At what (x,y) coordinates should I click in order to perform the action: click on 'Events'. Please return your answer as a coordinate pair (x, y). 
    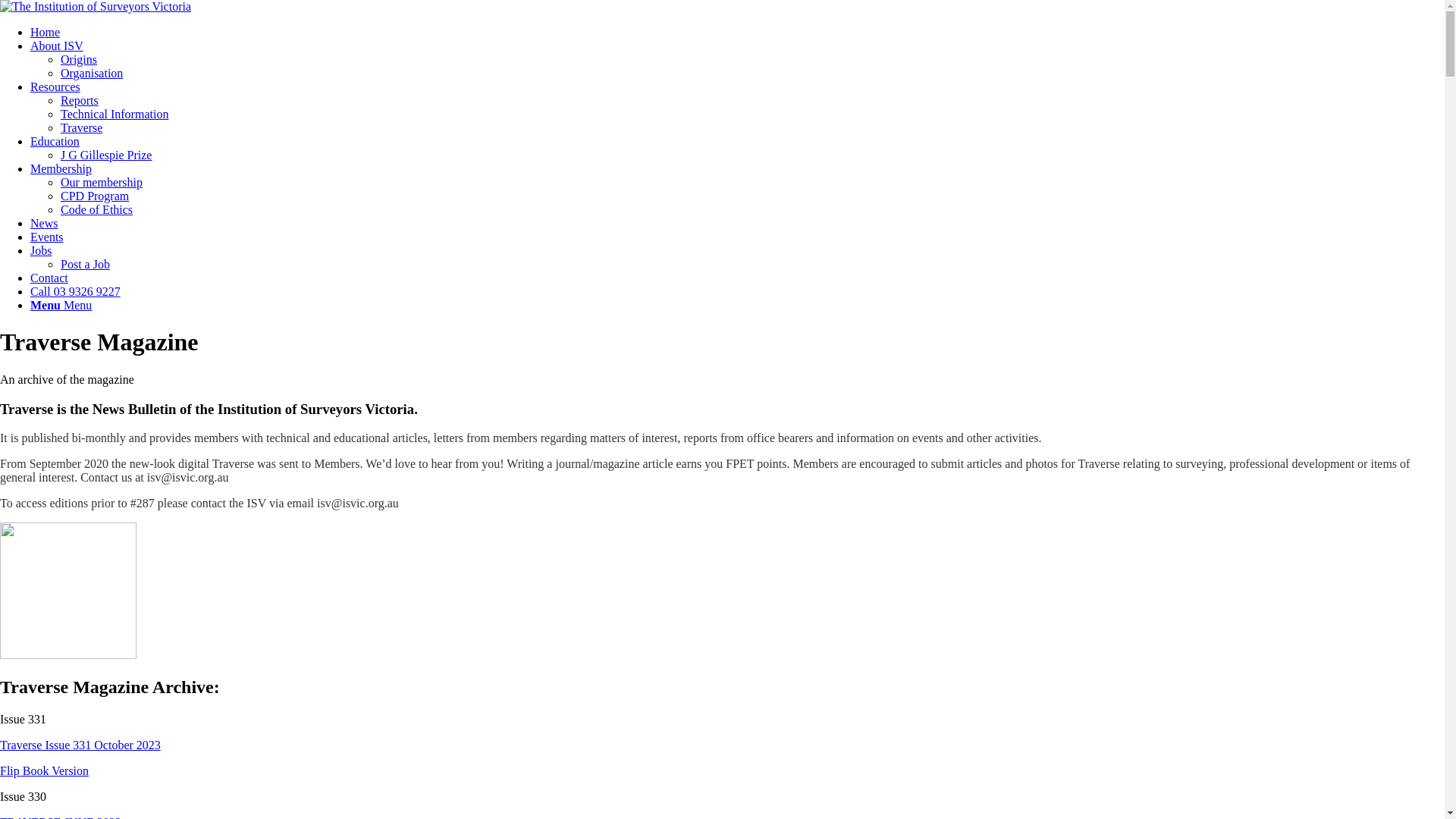
    Looking at the image, I should click on (47, 237).